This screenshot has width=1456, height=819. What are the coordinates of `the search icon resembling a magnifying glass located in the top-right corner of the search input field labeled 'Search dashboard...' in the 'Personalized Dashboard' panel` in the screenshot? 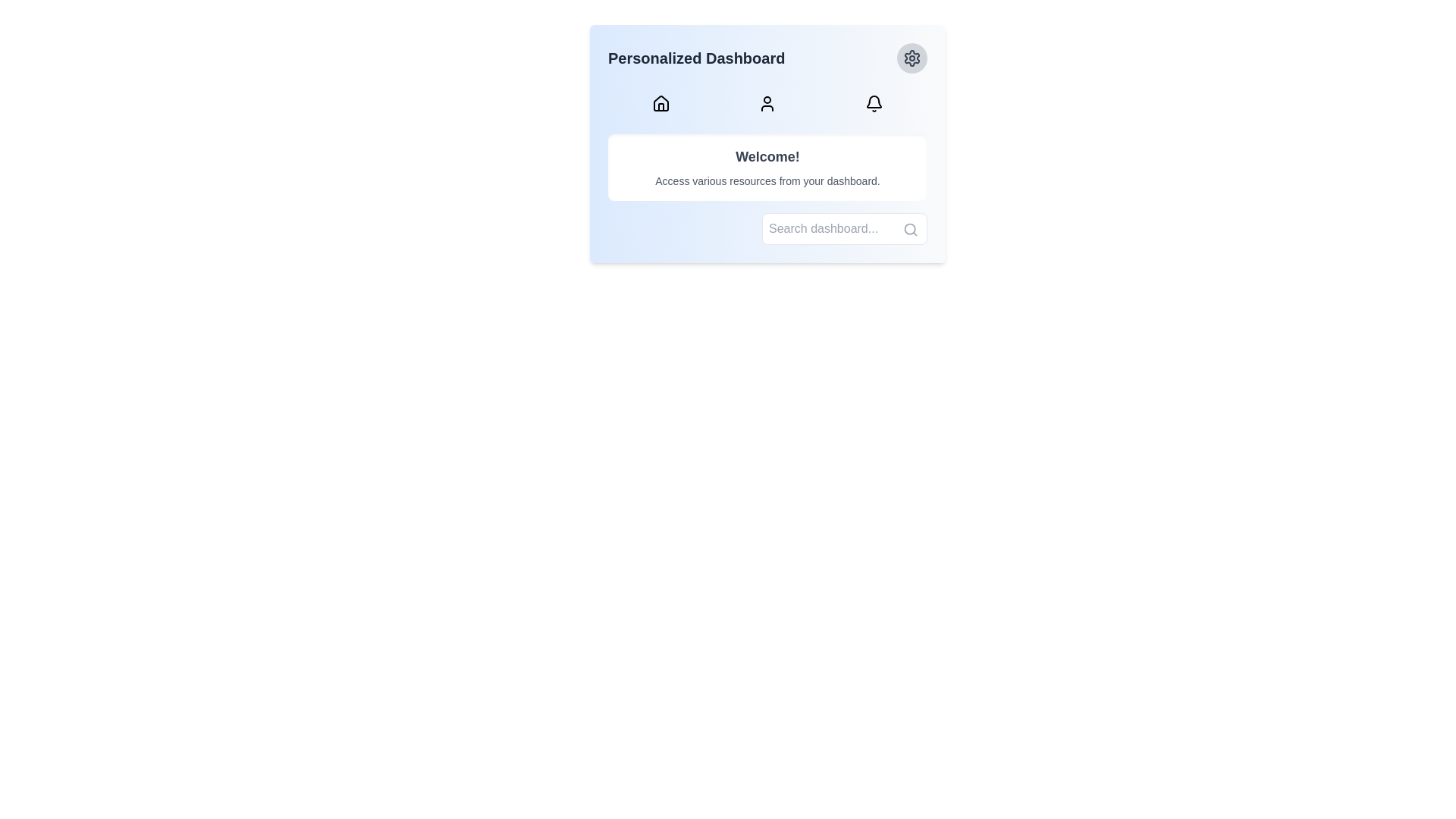 It's located at (910, 230).